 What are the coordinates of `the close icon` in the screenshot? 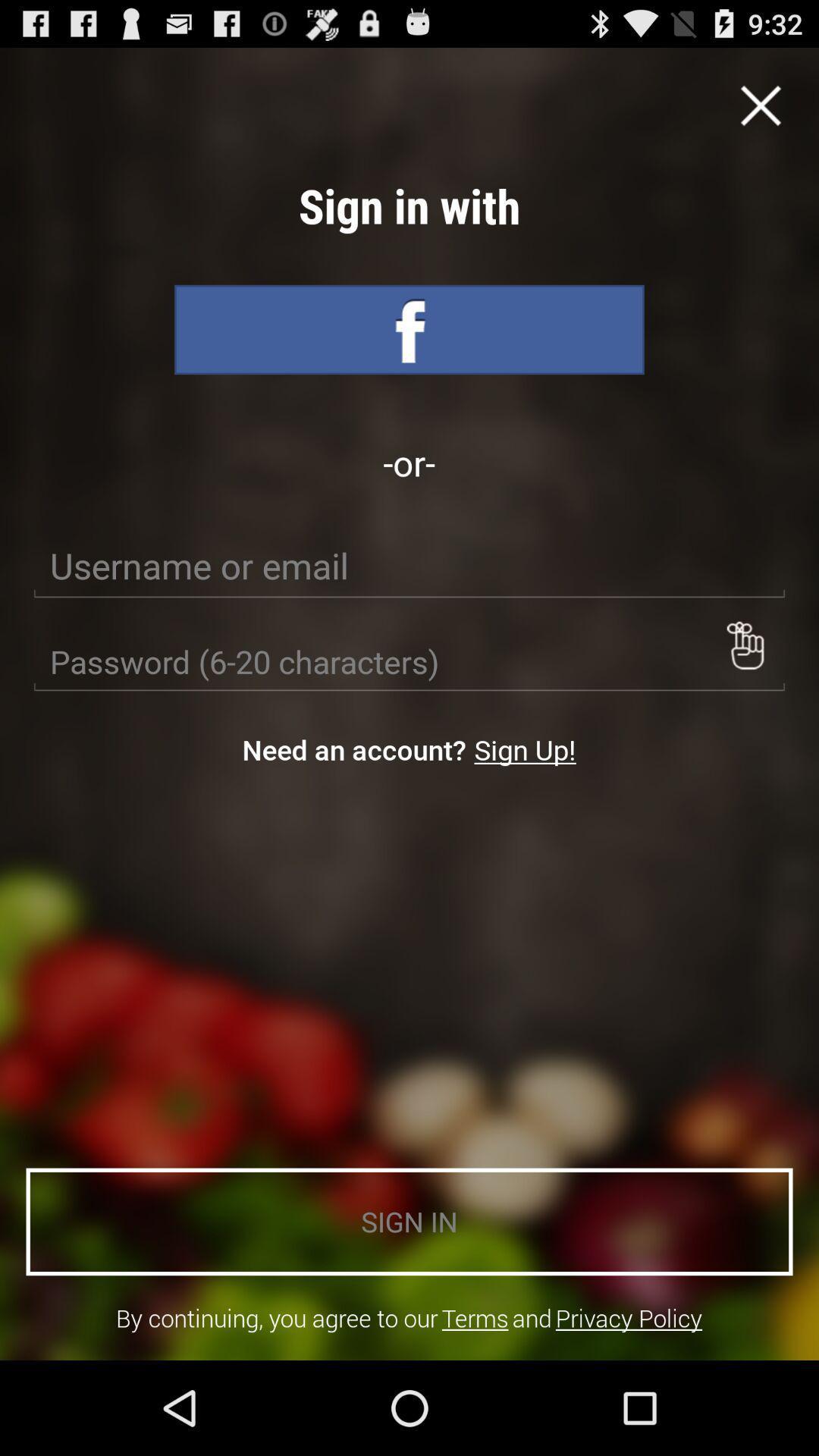 It's located at (761, 112).